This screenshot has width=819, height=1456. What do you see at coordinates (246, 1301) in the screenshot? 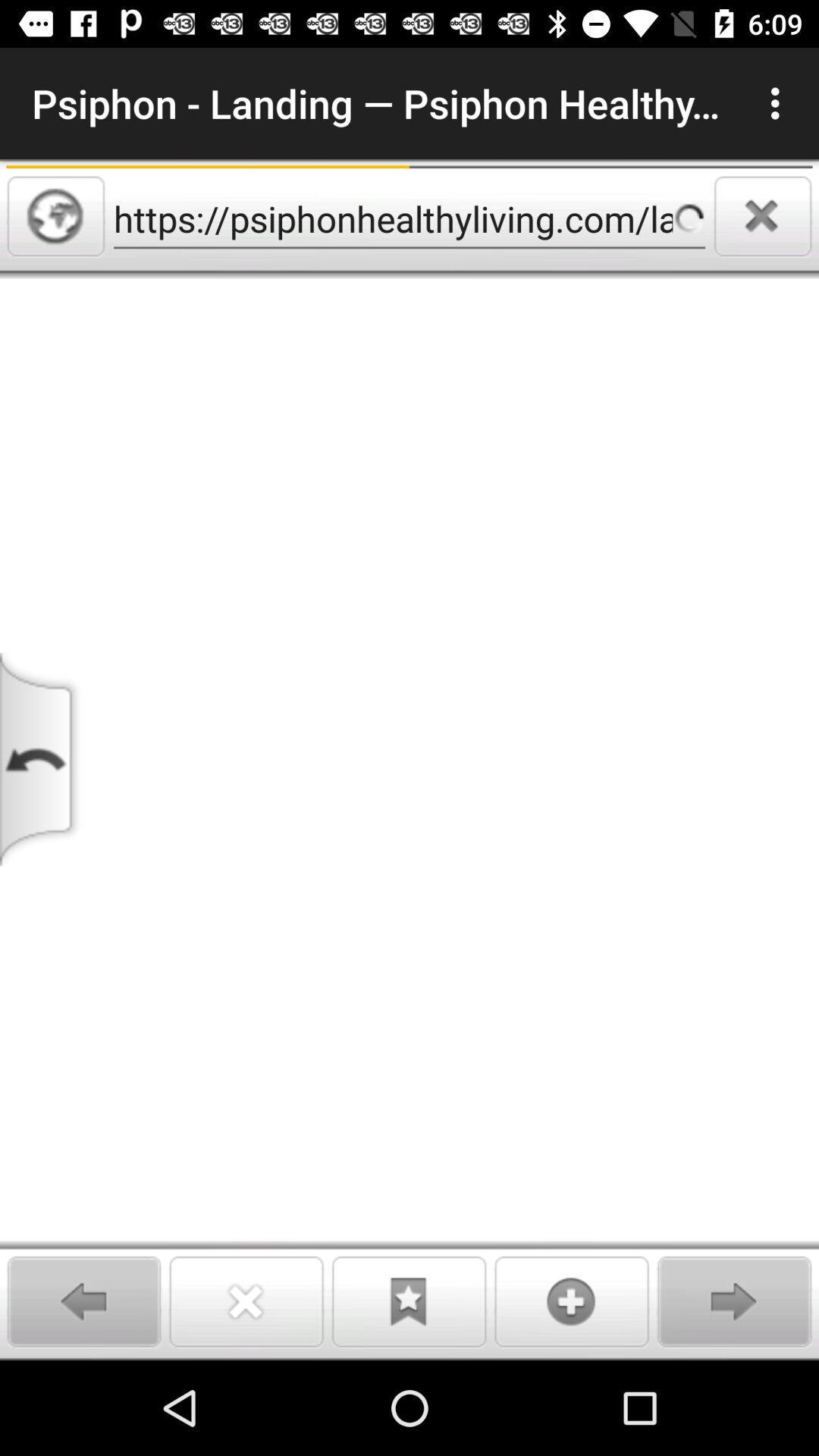
I see `the close icon` at bounding box center [246, 1301].